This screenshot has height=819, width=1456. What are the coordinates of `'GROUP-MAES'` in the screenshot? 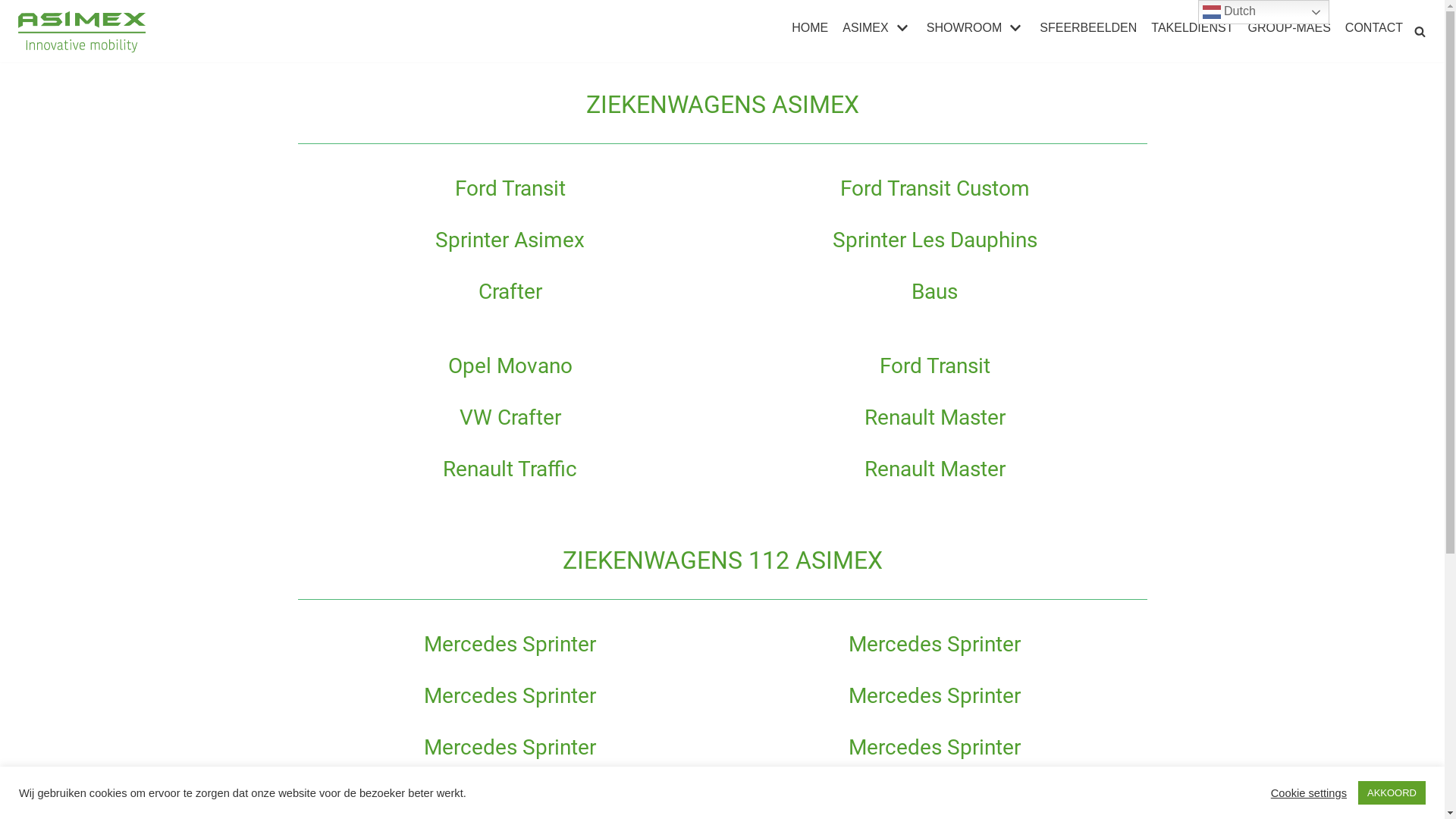 It's located at (1288, 28).